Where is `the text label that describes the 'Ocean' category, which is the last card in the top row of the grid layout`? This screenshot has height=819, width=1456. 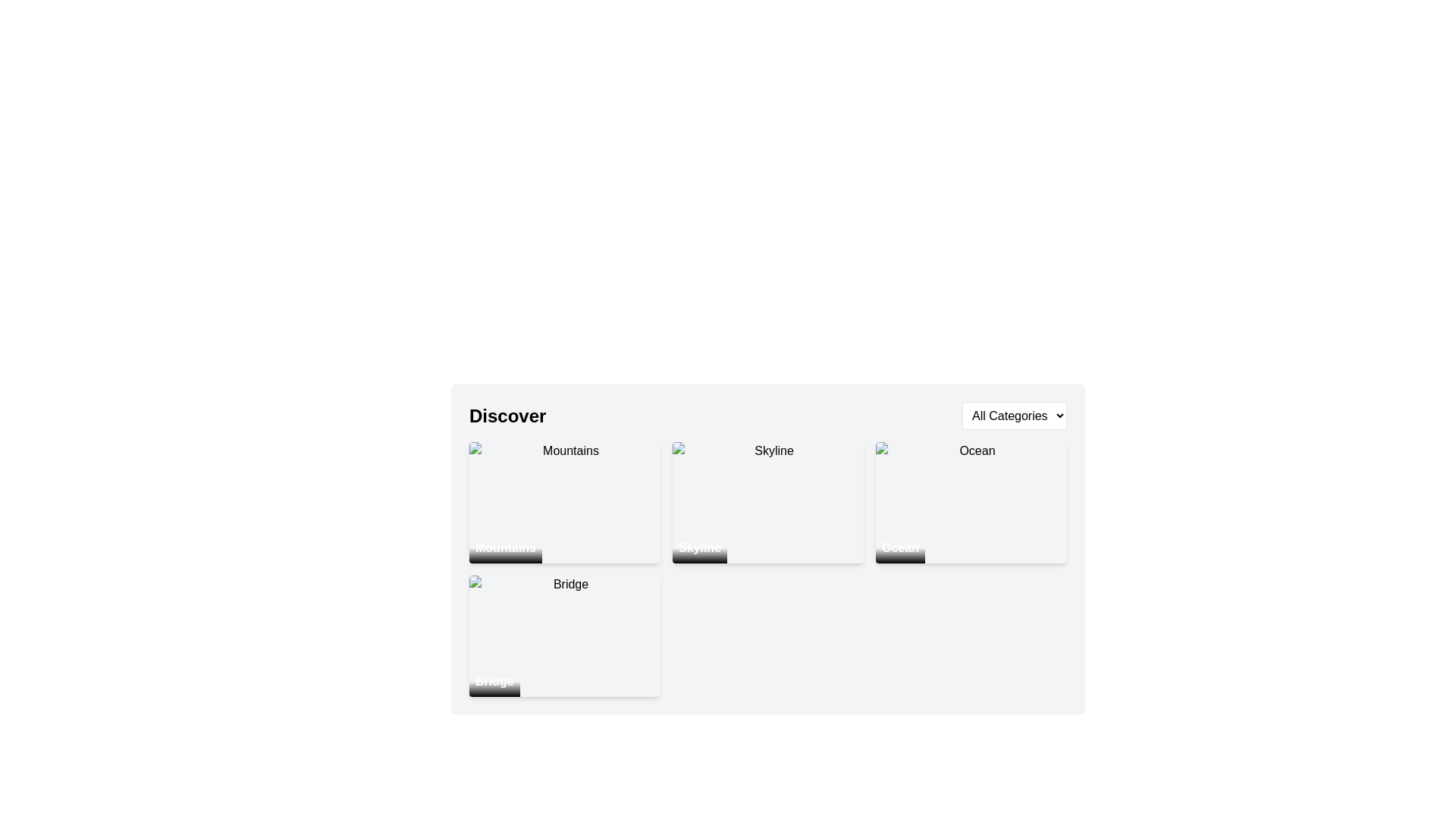 the text label that describes the 'Ocean' category, which is the last card in the top row of the grid layout is located at coordinates (900, 548).